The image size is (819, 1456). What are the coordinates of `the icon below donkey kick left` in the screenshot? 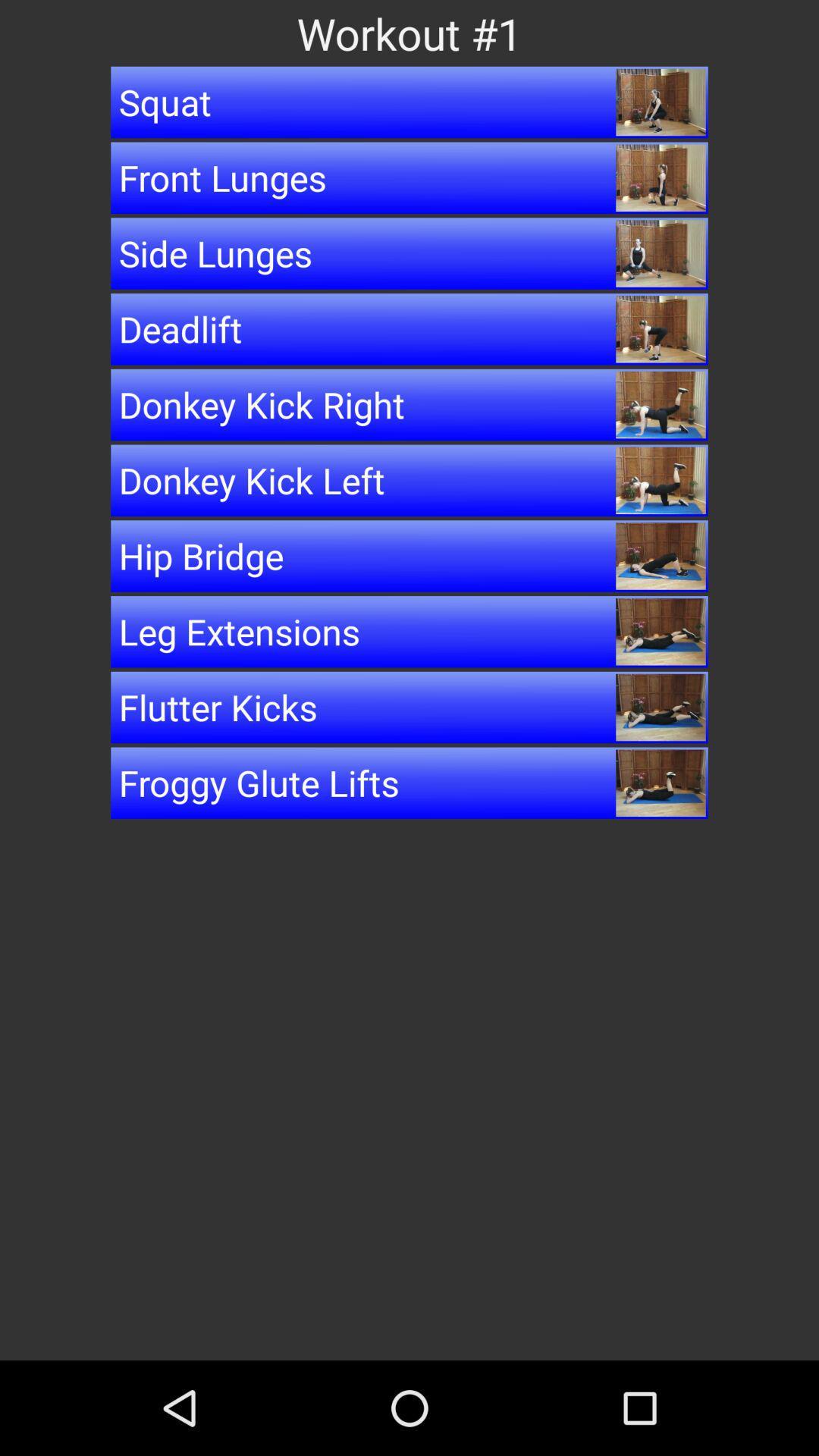 It's located at (409, 555).